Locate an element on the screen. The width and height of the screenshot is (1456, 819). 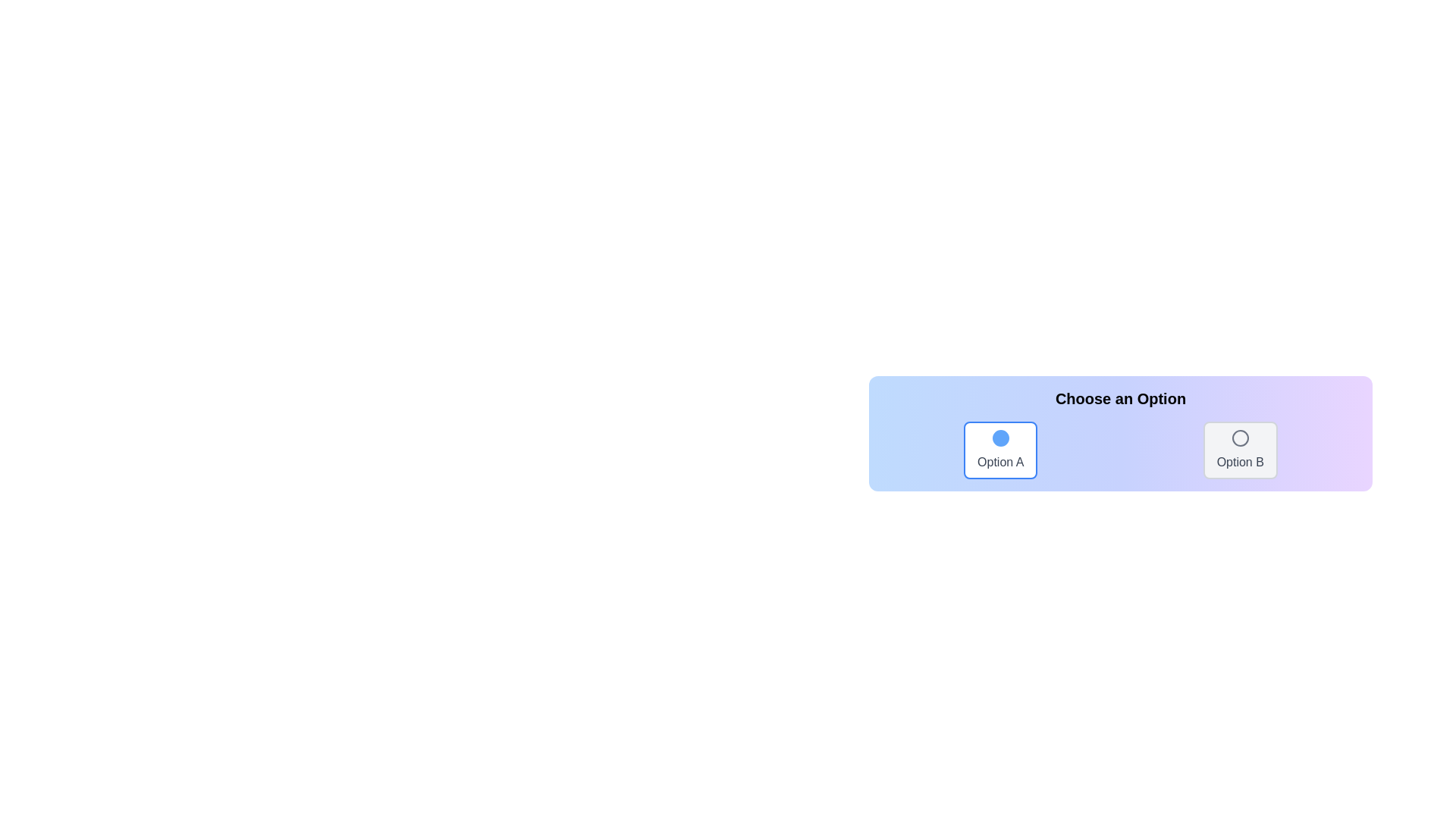
the blue circular radio button icon located at the center of the 'Option A' button beneath the heading 'Choose an Option' is located at coordinates (1000, 438).